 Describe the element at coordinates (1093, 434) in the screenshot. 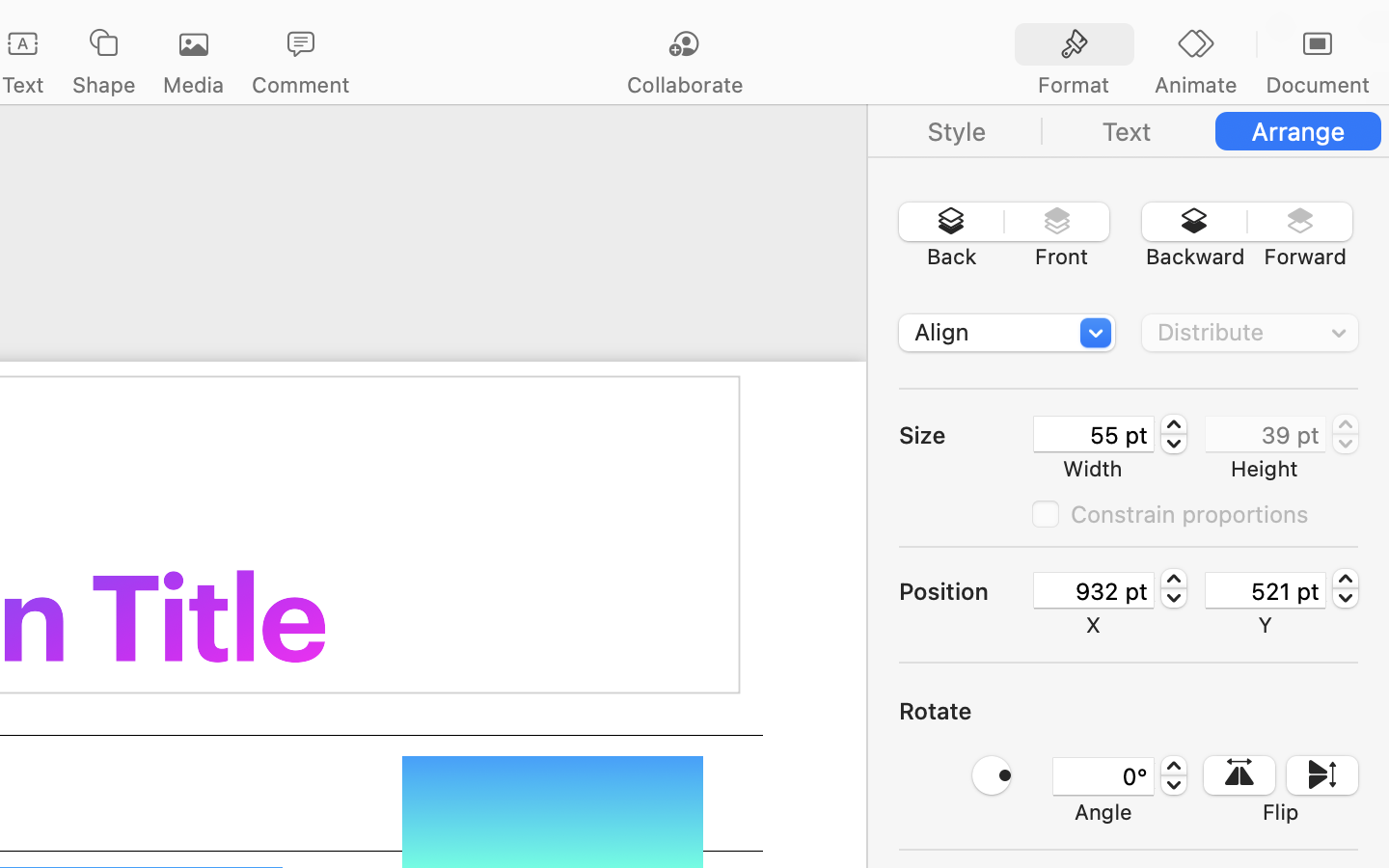

I see `'55 pt'` at that location.